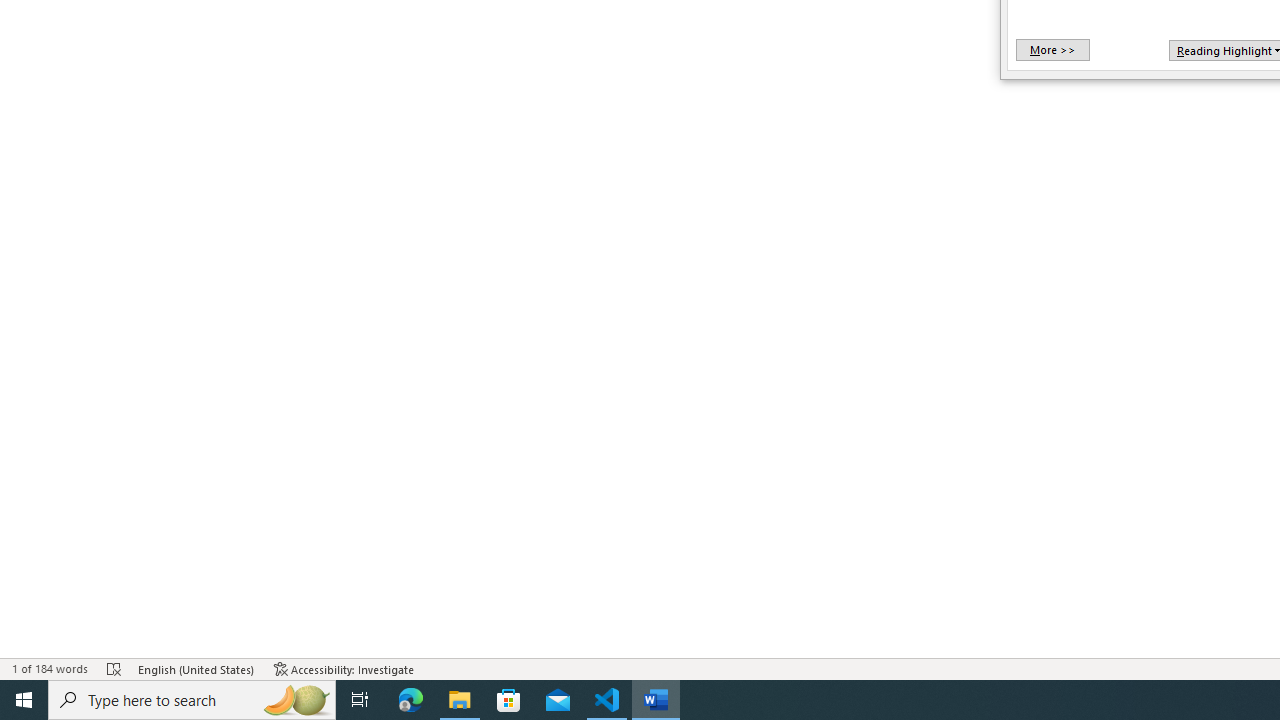 The width and height of the screenshot is (1280, 720). What do you see at coordinates (459, 698) in the screenshot?
I see `'File Explorer - 1 running window'` at bounding box center [459, 698].